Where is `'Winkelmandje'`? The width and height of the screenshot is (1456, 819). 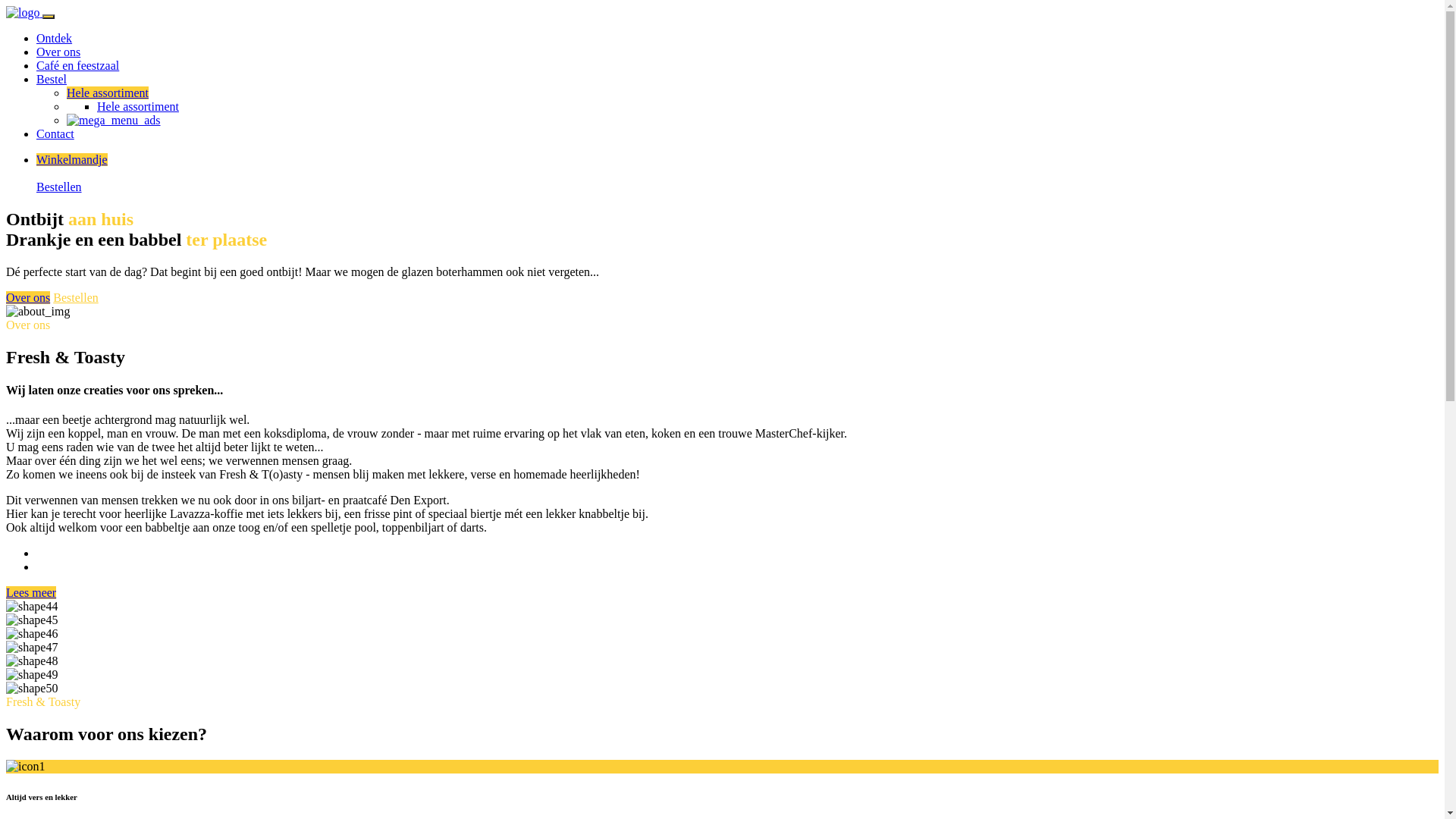
'Winkelmandje' is located at coordinates (71, 159).